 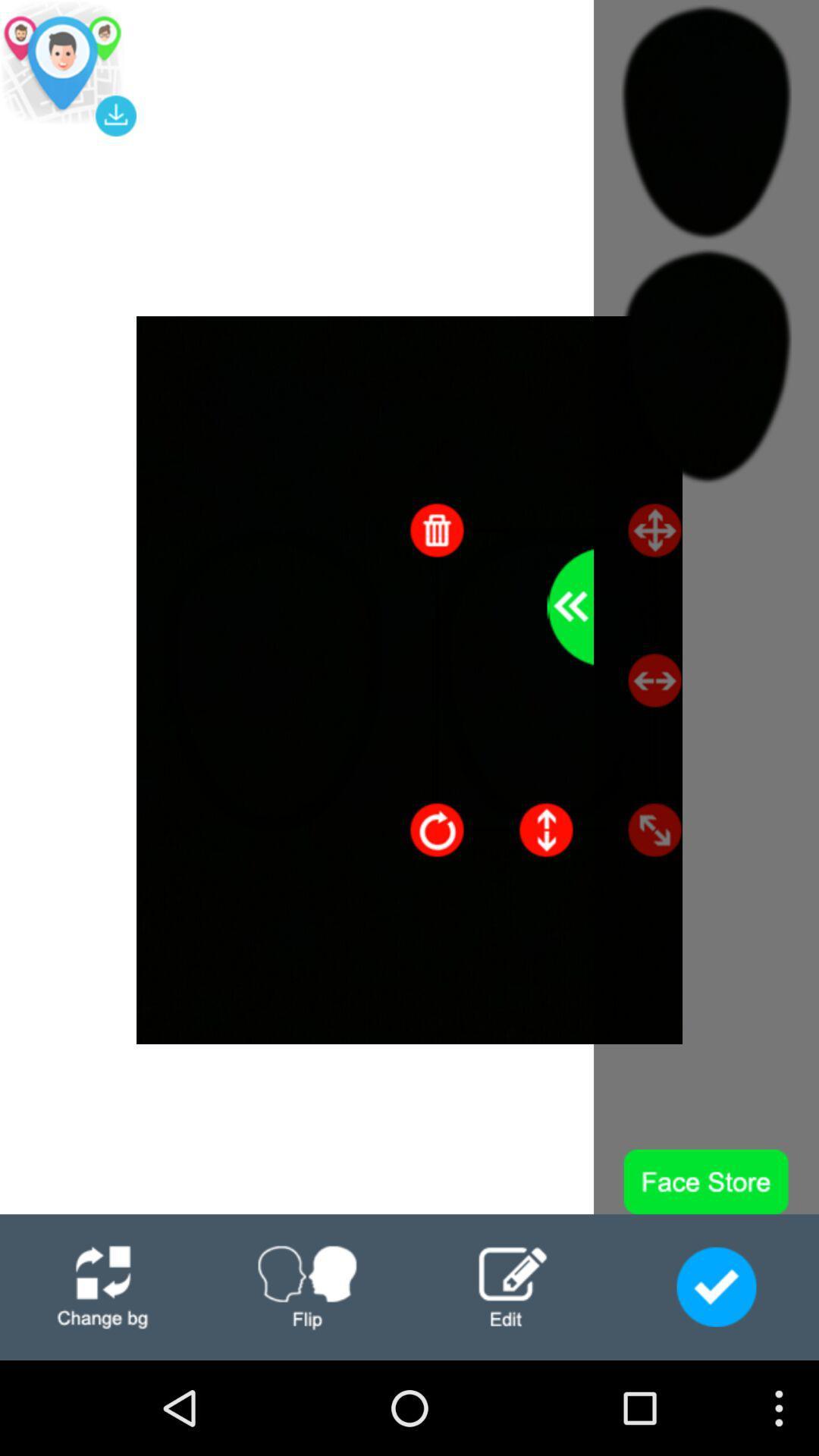 I want to click on icon page, so click(x=307, y=1286).